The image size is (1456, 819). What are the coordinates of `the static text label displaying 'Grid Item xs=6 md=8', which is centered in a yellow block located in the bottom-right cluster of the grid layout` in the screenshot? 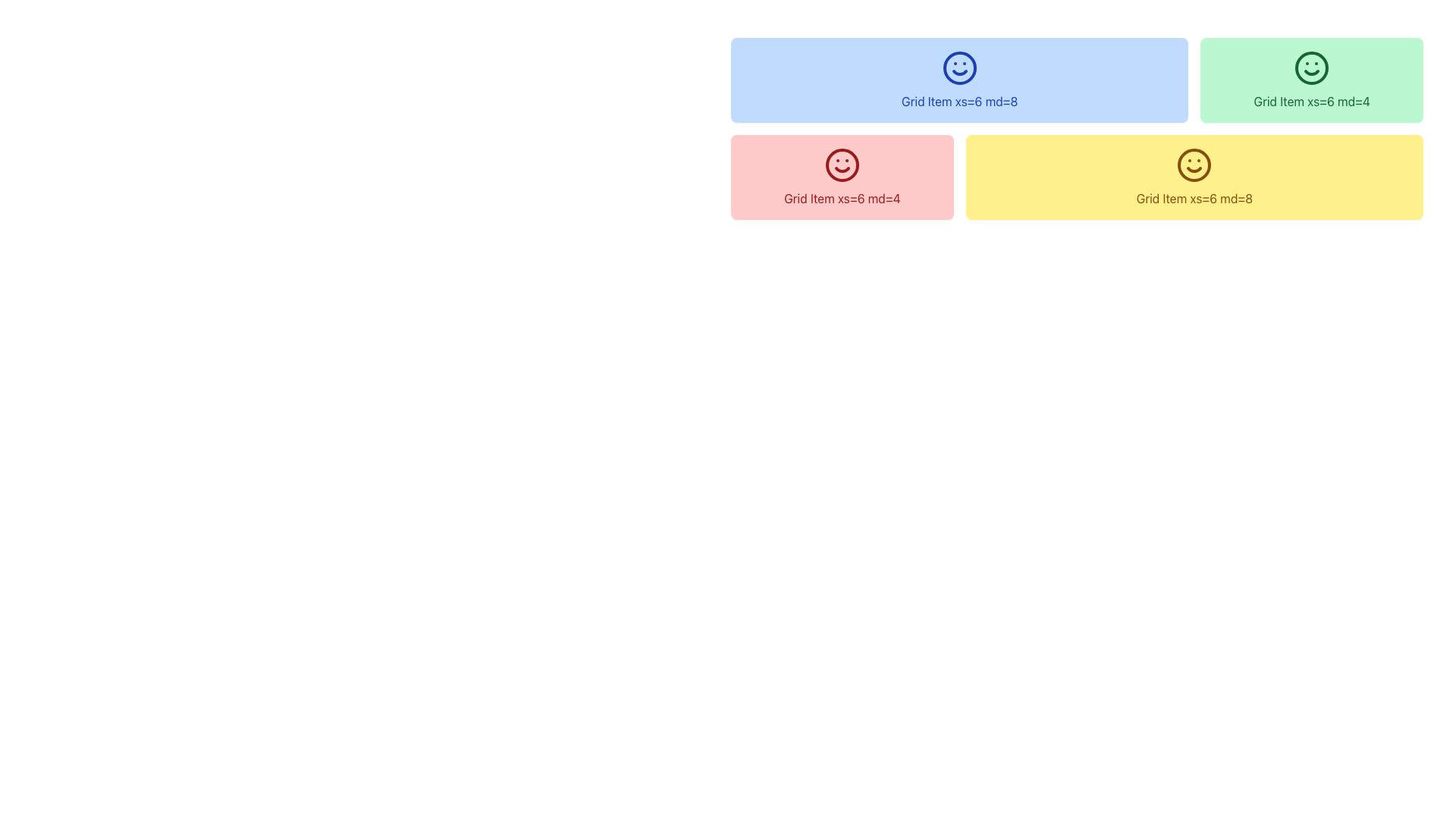 It's located at (1194, 198).